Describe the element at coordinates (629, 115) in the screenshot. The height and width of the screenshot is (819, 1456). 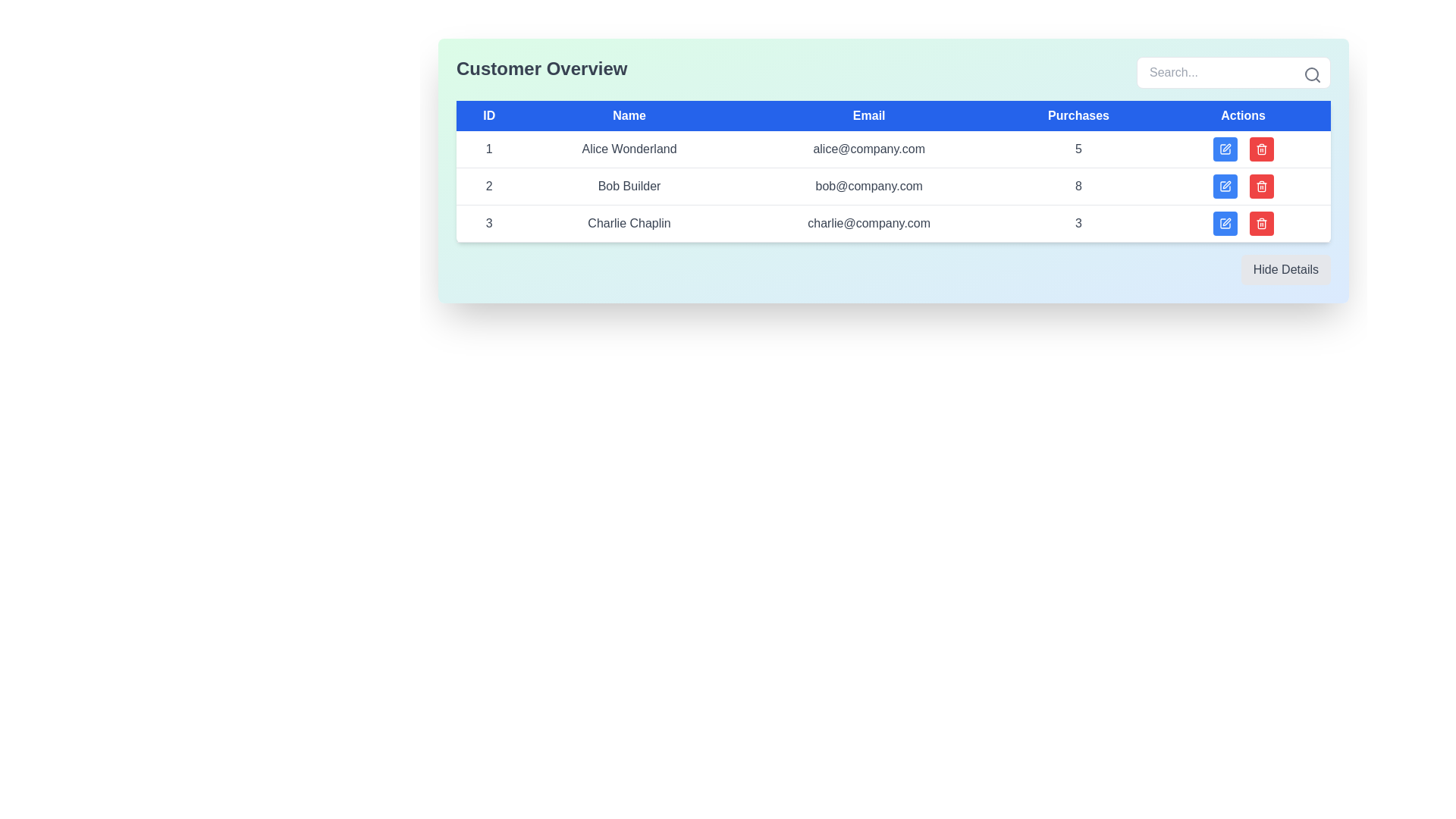
I see `the table header element labeled 'Name', which has a blue background and white centered text, positioned as the second column header in a table` at that location.